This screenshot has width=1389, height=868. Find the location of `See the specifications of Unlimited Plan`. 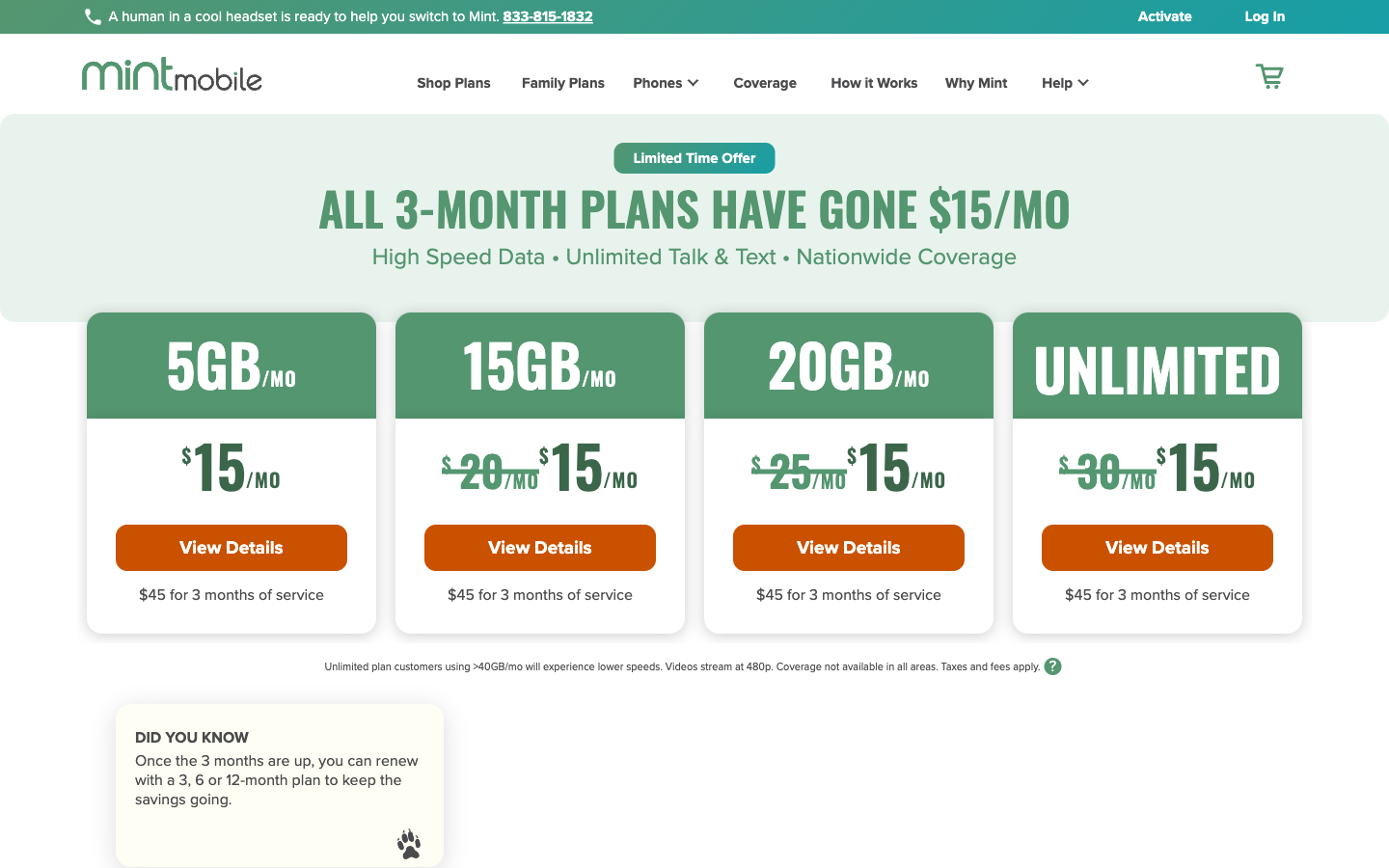

See the specifications of Unlimited Plan is located at coordinates (1157, 547).